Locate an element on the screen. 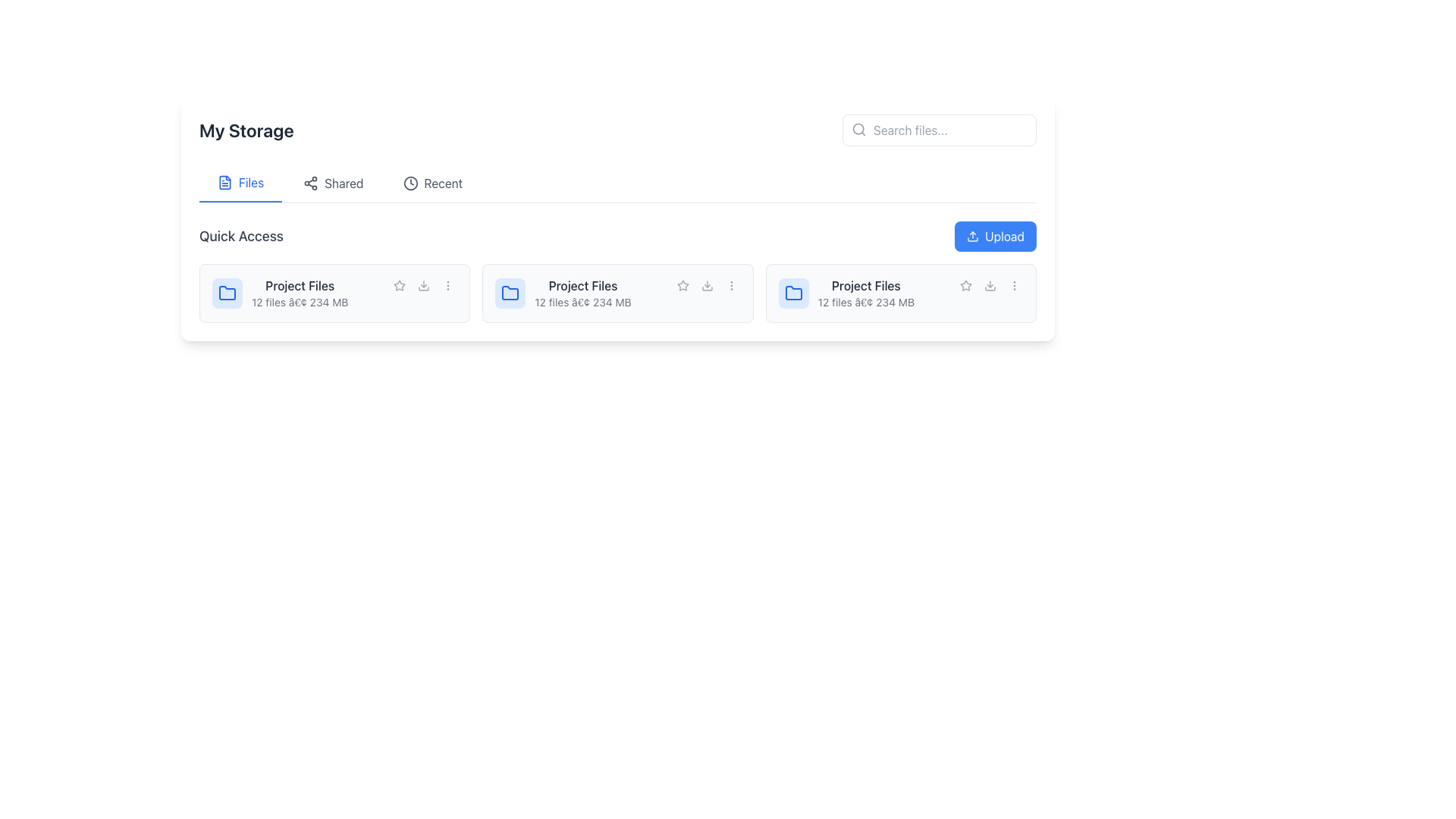 Image resolution: width=1456 pixels, height=819 pixels. the folder icon located in the fourth file card of the 'Quick Access' section is located at coordinates (792, 293).